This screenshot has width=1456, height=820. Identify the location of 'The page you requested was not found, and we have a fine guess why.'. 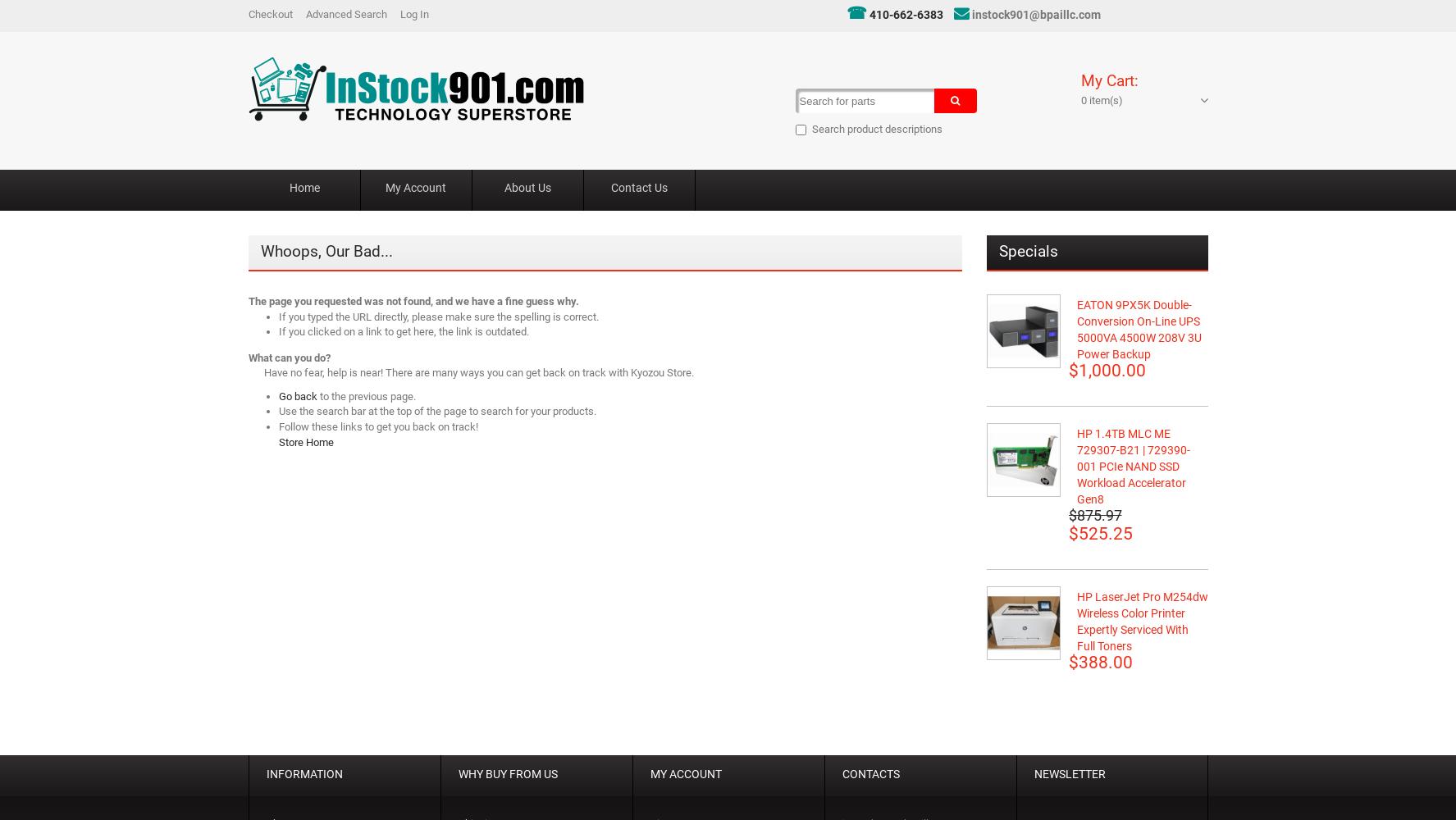
(247, 300).